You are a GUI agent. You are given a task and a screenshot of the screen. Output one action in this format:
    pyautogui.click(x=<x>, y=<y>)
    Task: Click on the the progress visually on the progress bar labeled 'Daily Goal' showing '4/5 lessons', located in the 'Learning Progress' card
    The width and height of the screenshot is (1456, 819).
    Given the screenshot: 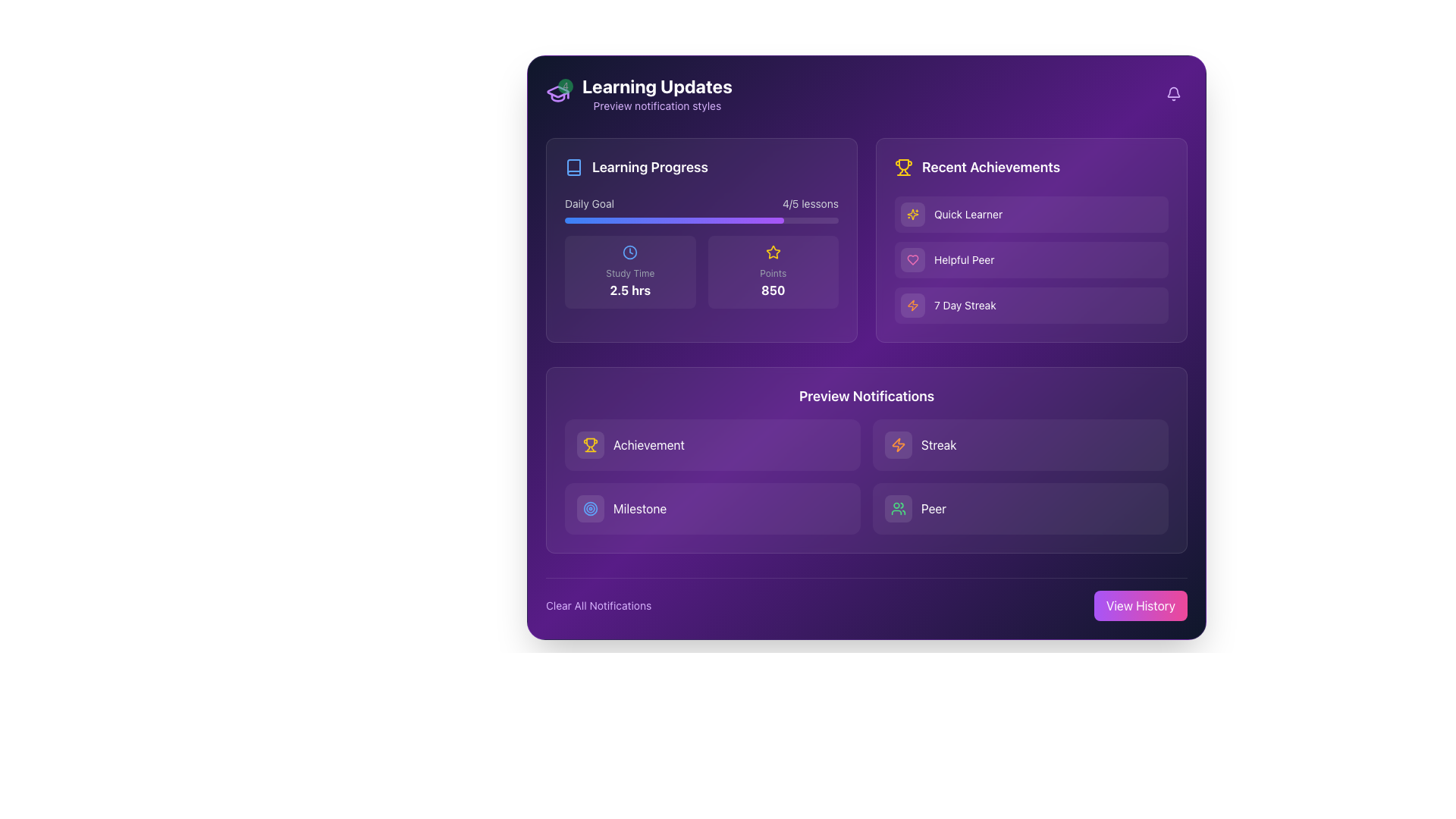 What is the action you would take?
    pyautogui.click(x=701, y=210)
    